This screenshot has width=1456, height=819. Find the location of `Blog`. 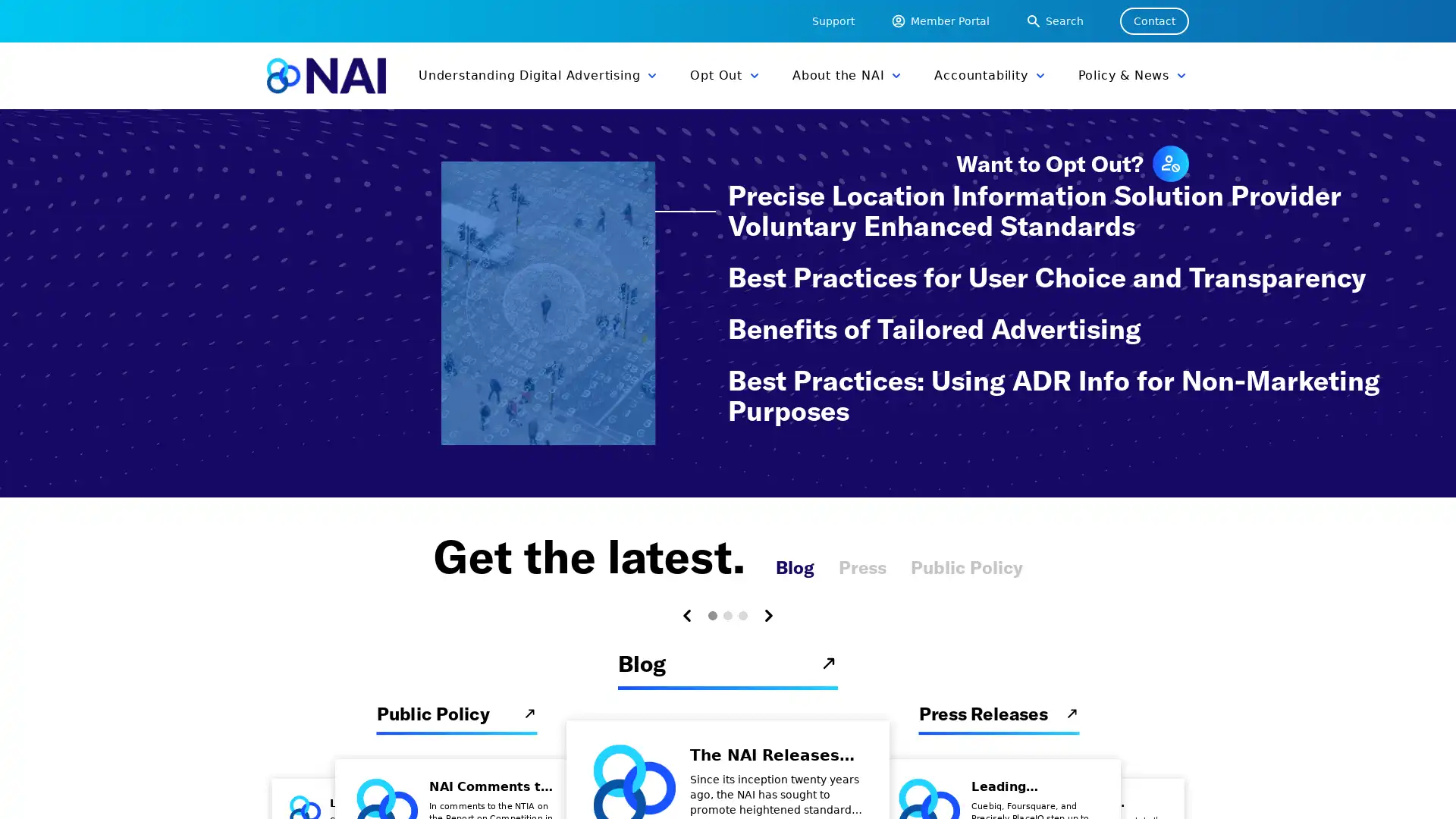

Blog is located at coordinates (793, 567).